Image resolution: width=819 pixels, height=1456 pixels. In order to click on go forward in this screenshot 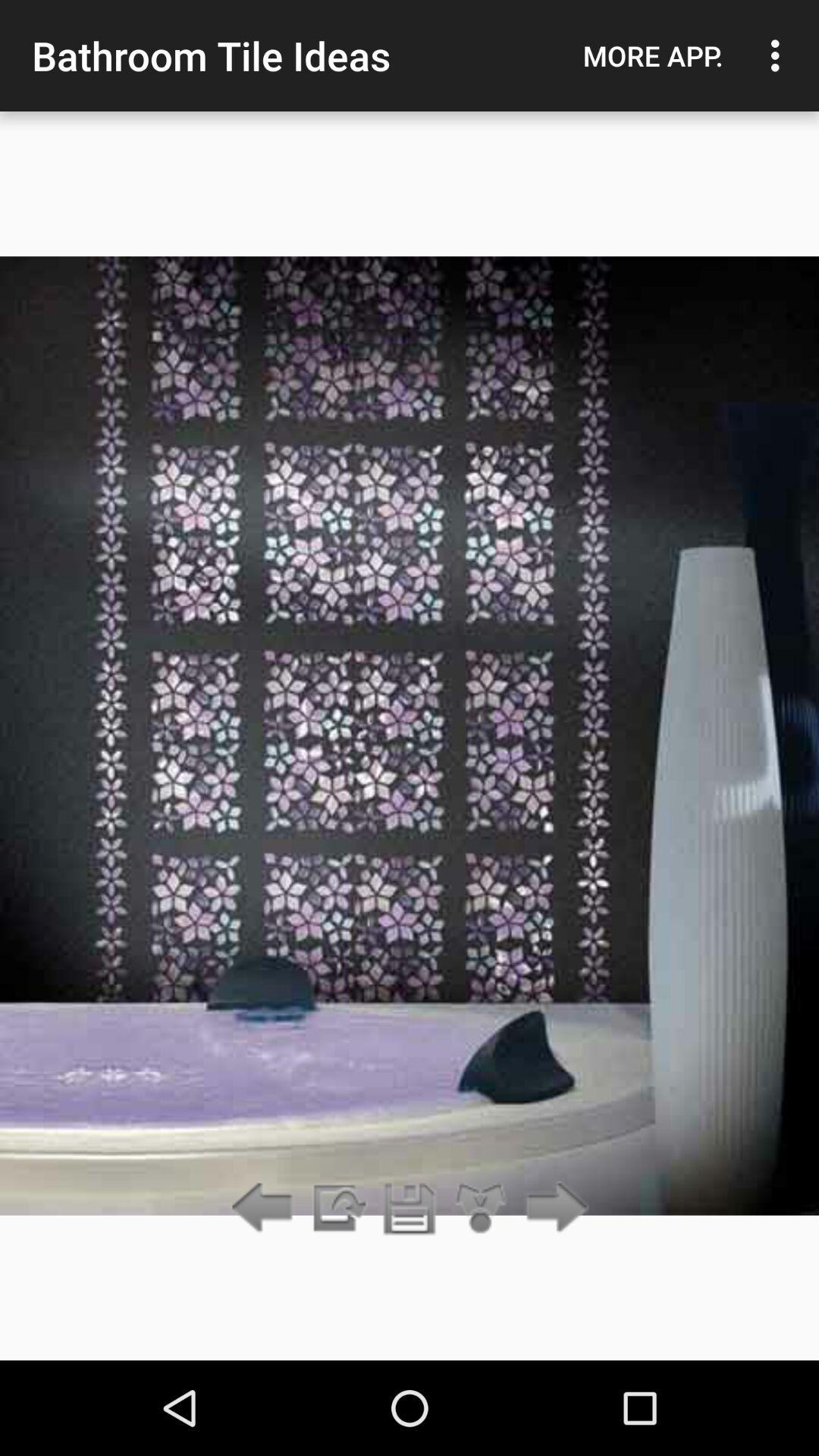, I will do `click(553, 1208)`.